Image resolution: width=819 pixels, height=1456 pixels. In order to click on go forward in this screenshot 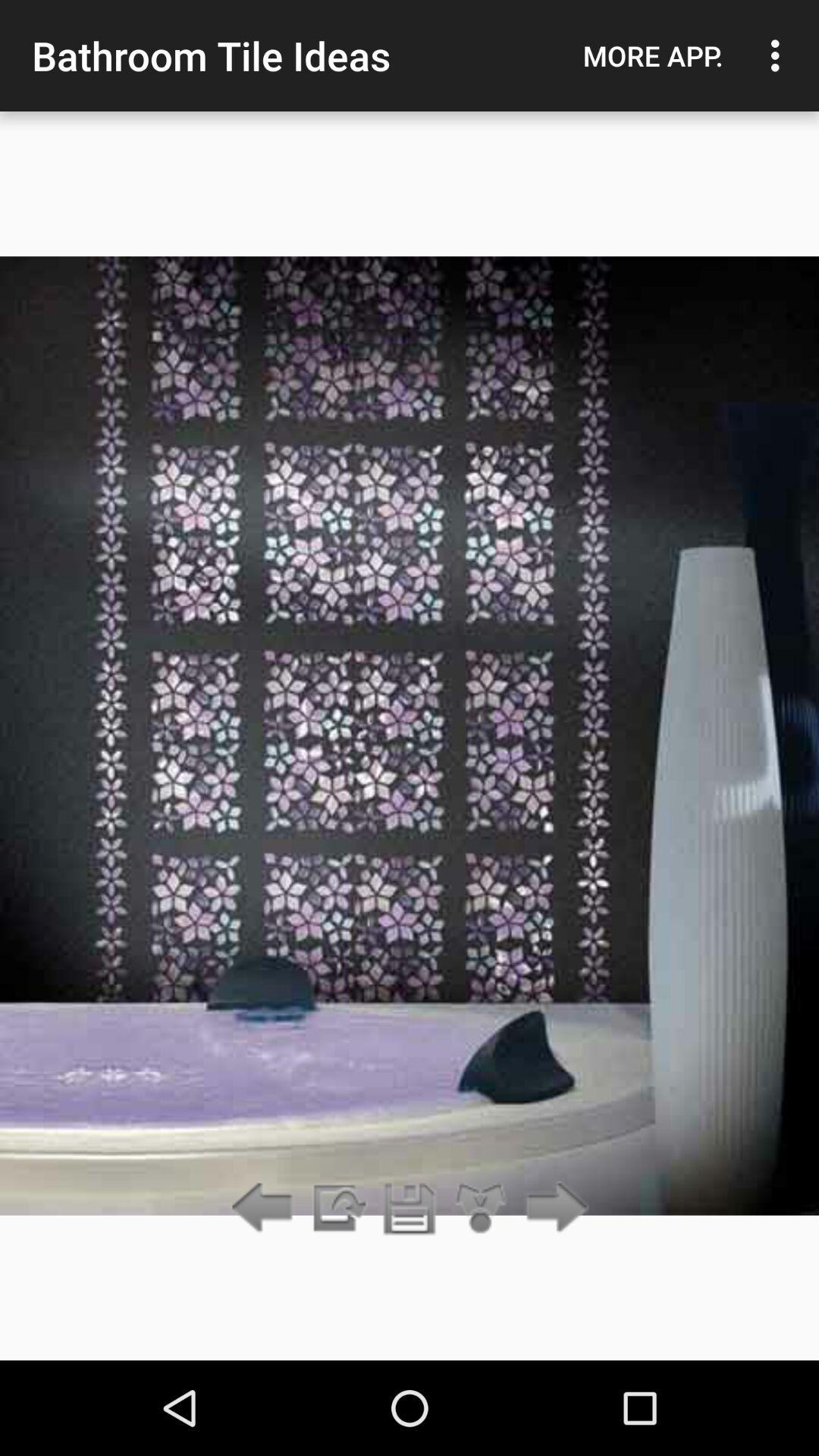, I will do `click(553, 1208)`.